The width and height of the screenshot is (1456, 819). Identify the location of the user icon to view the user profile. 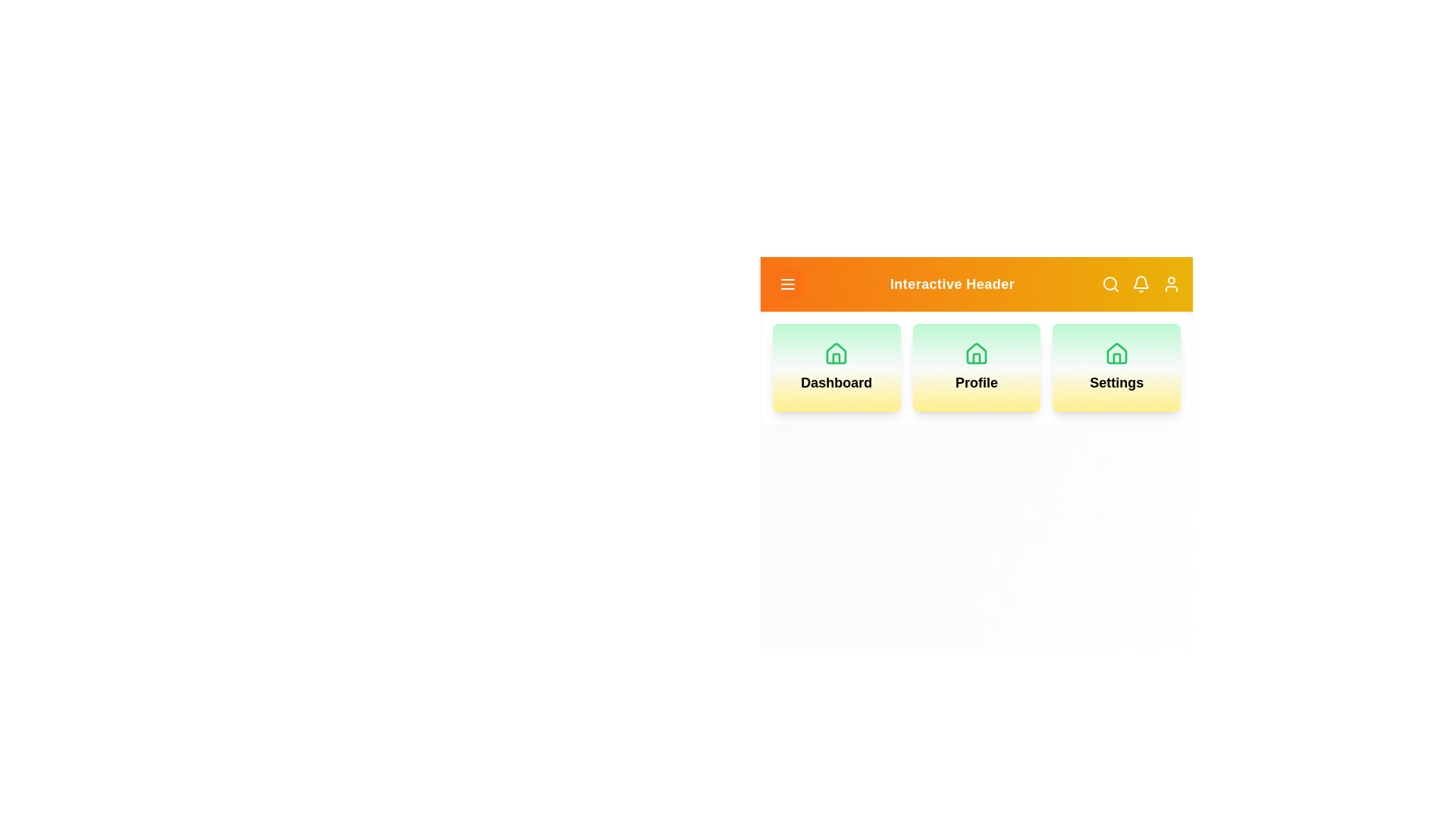
(1171, 284).